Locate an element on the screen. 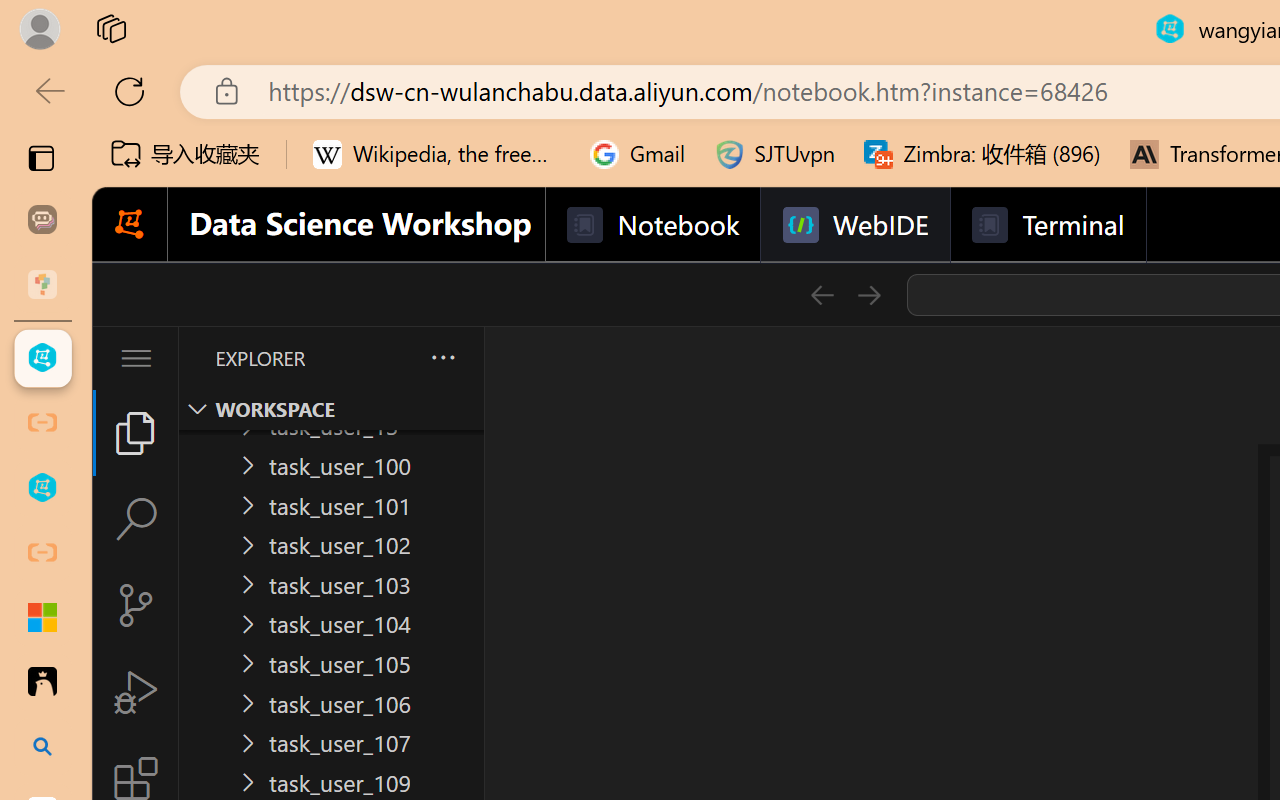 The width and height of the screenshot is (1280, 800). 'Go Back (Alt+LeftArrow)' is located at coordinates (821, 294).